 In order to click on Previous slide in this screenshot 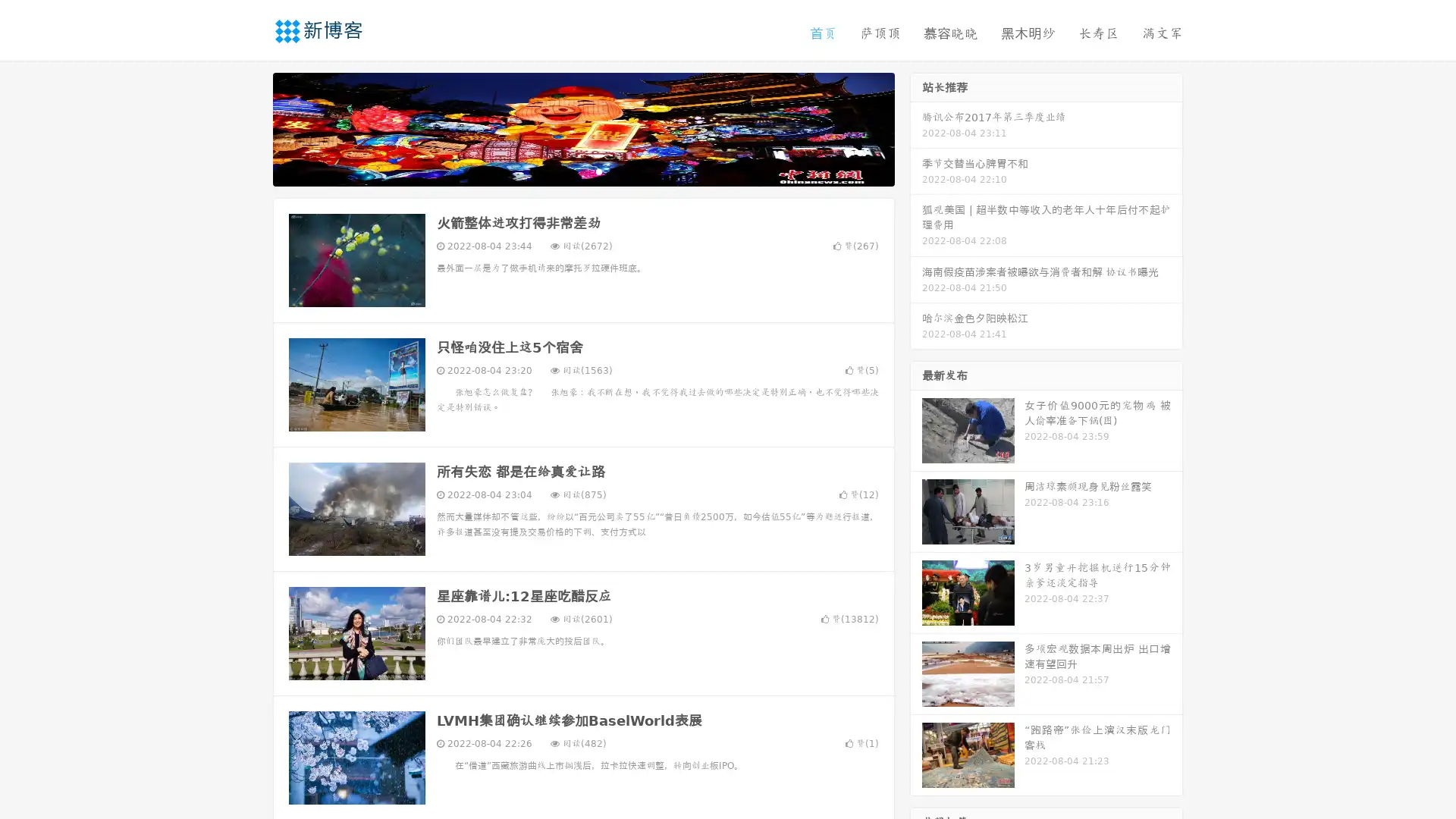, I will do `click(250, 127)`.